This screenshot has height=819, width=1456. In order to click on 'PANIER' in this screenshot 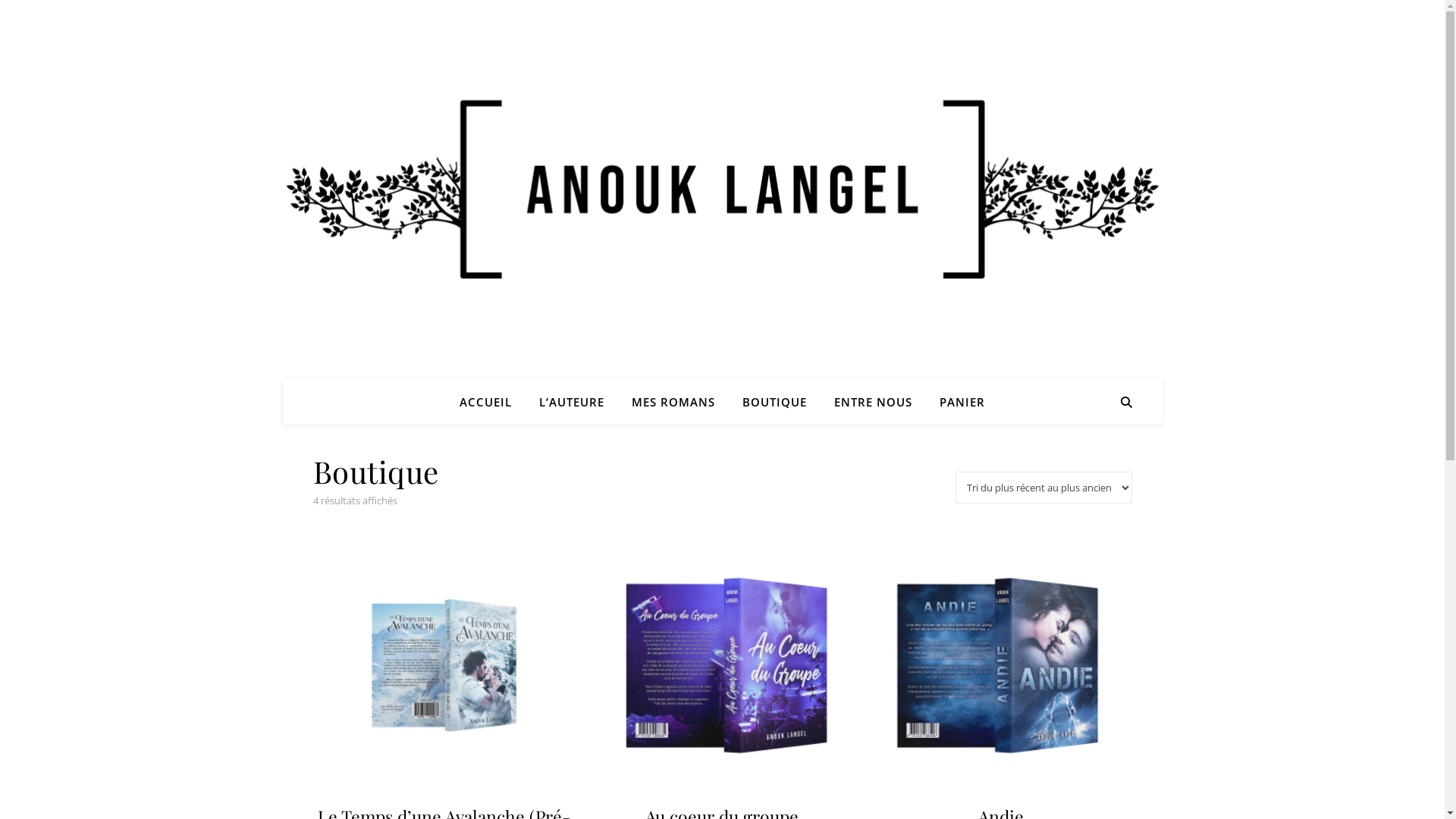, I will do `click(955, 400)`.